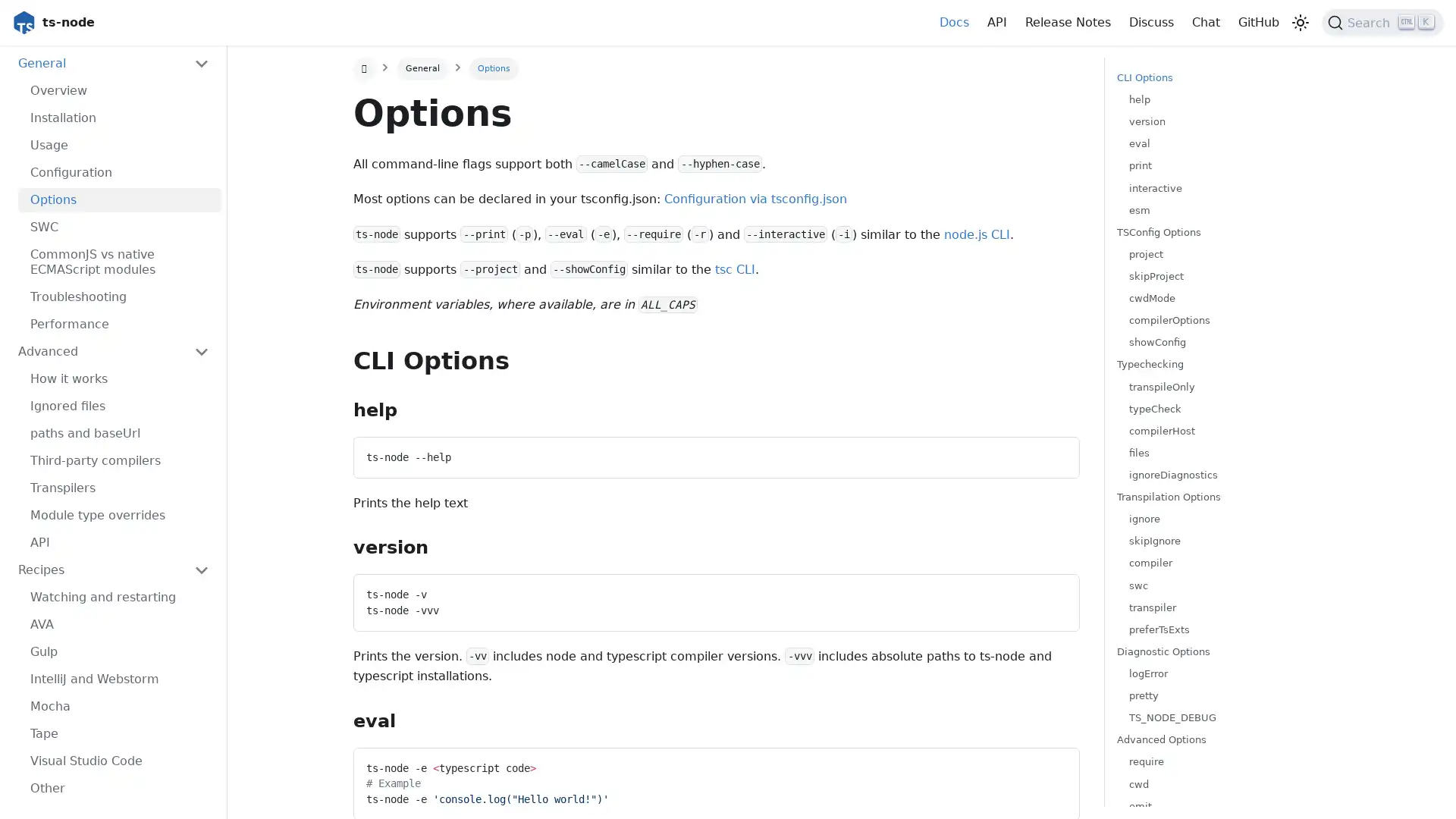 The image size is (1456, 819). Describe the element at coordinates (1382, 23) in the screenshot. I see `Search` at that location.